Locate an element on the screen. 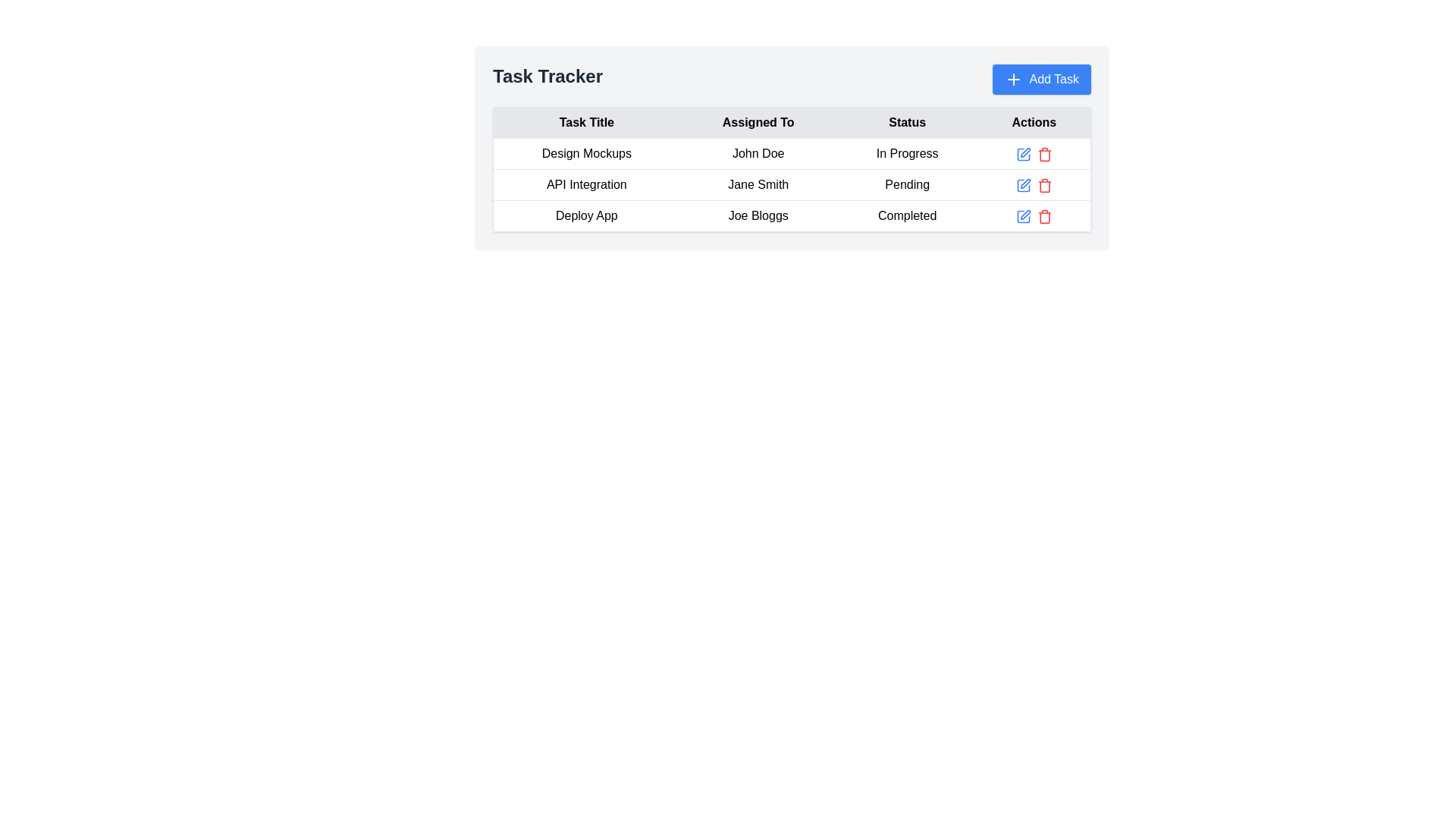 This screenshot has width=1456, height=819. the 'Edit' button icon in the 'Actions' column of the last row of the task table is located at coordinates (1023, 216).